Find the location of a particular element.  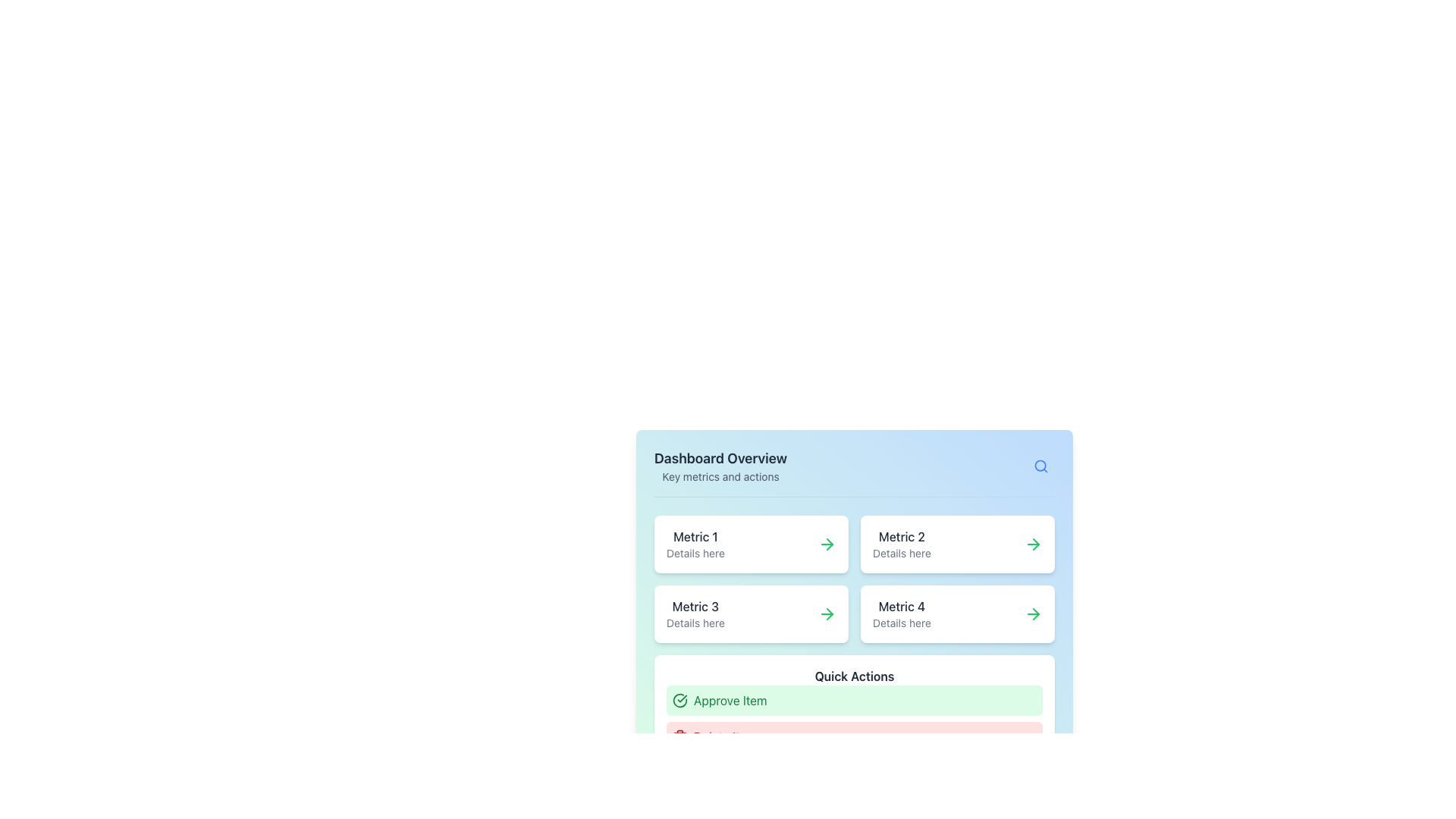

informational text displayed for 'Metric 1' located in the first card of the grid under the 'Dashboard Overview' header is located at coordinates (695, 543).